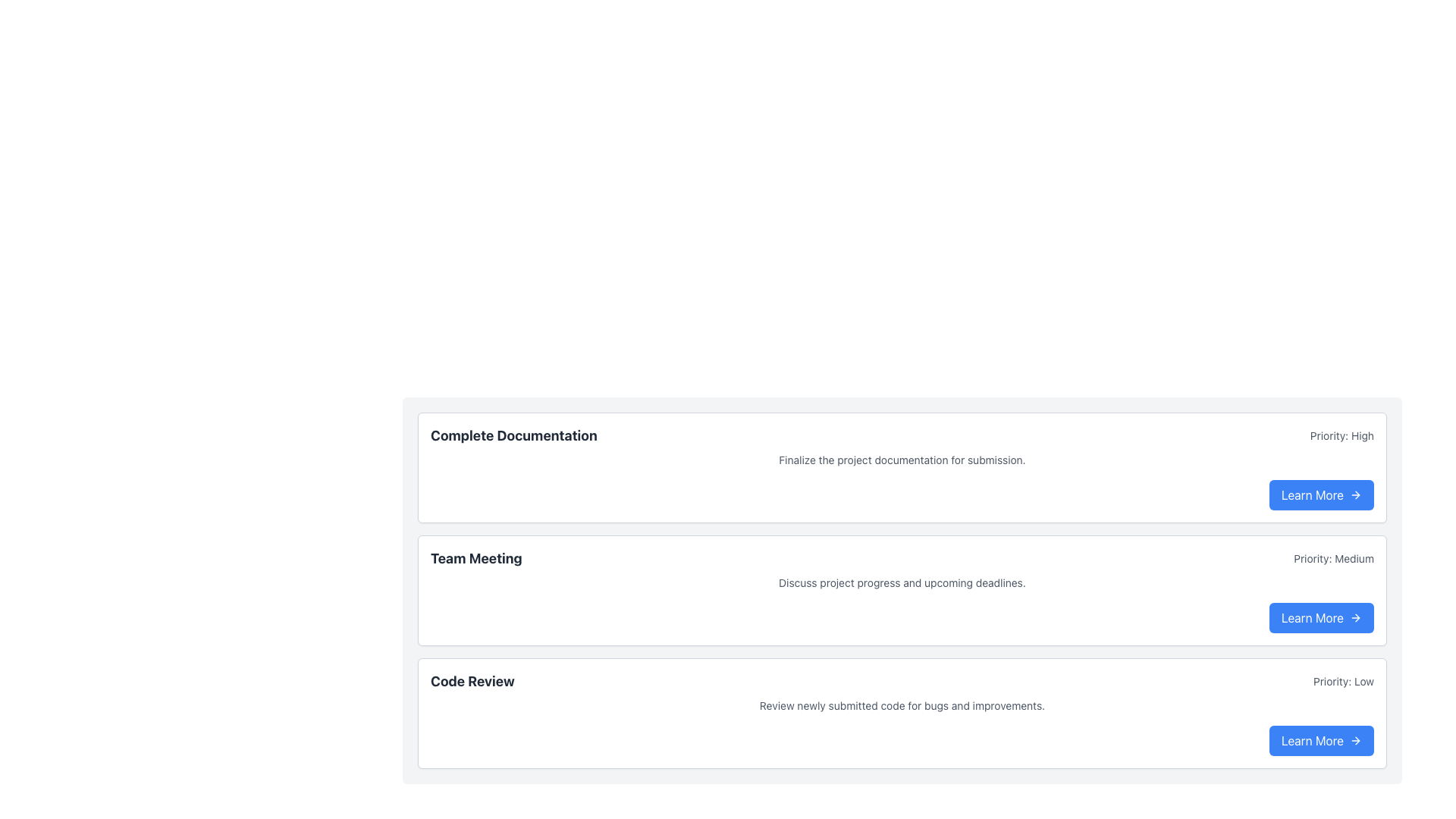 The width and height of the screenshot is (1456, 819). What do you see at coordinates (1320, 739) in the screenshot?
I see `the rightmost button in the last row of information cards to trigger a visual effect, which is associated with the 'Code Review' section and located near the text labeled 'Priority: Low'` at bounding box center [1320, 739].